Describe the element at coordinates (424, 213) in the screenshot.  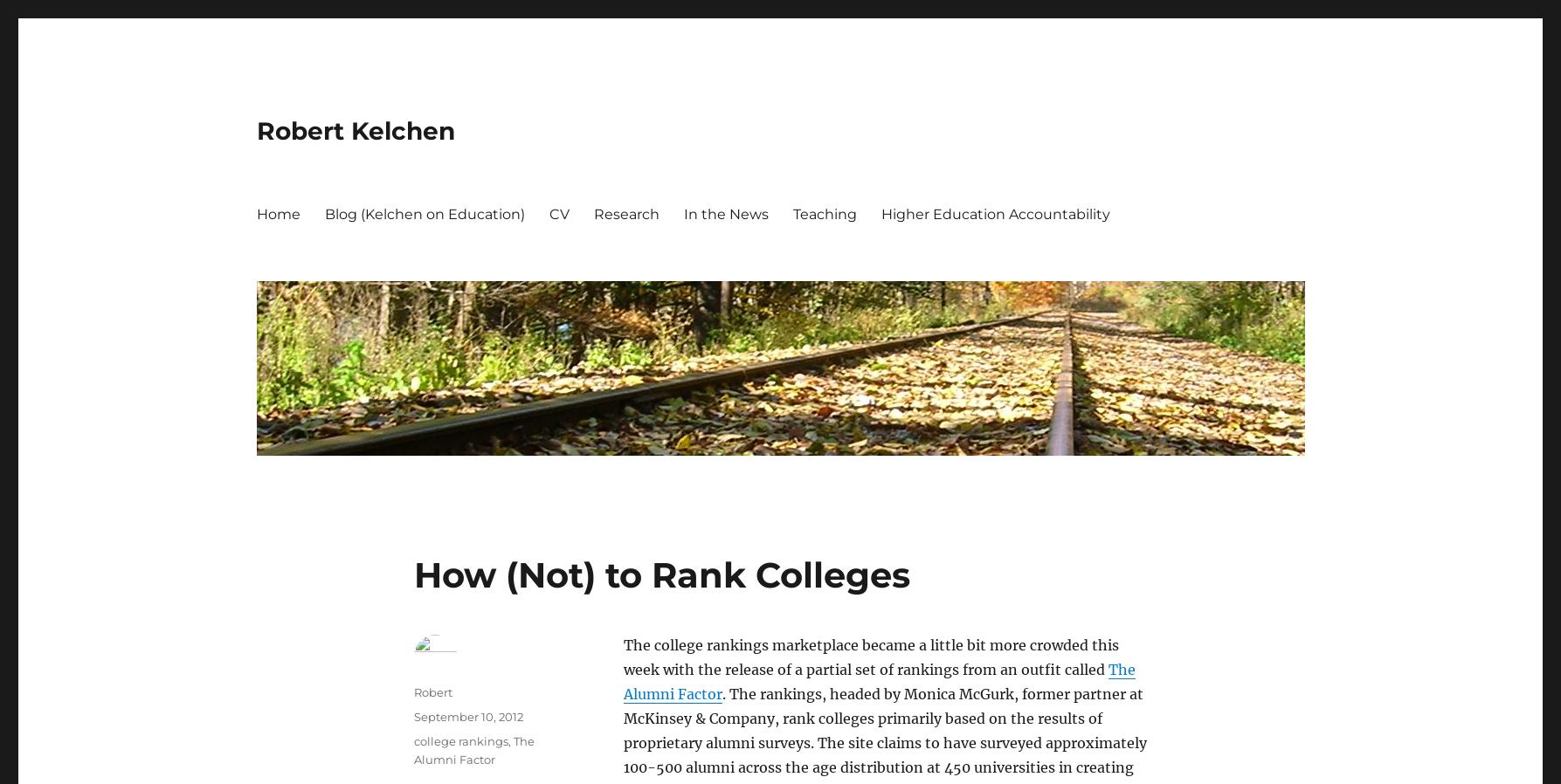
I see `'Blog (Kelchen on Education)'` at that location.